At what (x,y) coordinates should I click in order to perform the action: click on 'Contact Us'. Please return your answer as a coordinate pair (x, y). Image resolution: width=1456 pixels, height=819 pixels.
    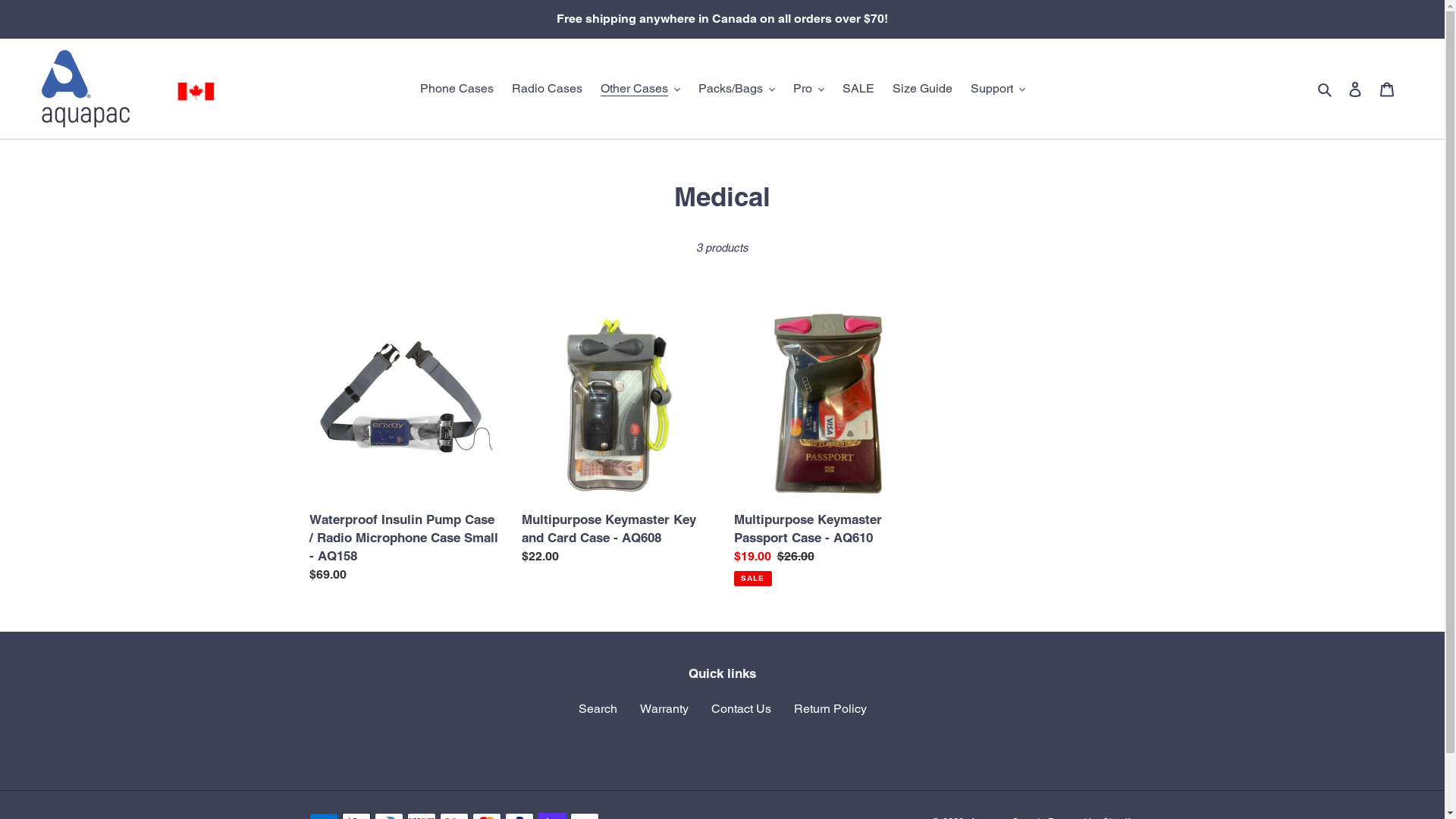
    Looking at the image, I should click on (741, 708).